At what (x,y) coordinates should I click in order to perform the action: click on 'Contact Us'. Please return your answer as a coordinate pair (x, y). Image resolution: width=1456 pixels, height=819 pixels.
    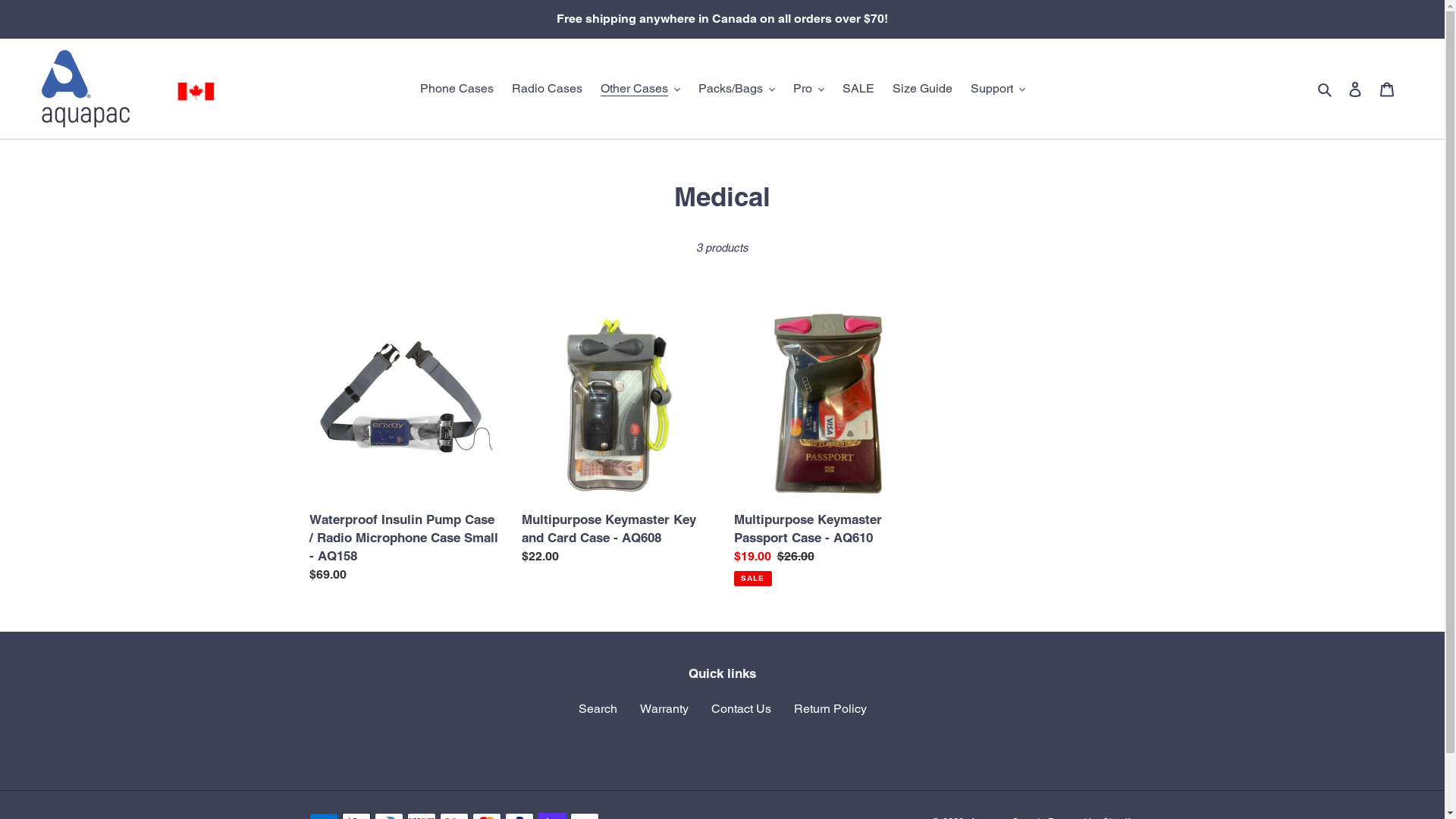
    Looking at the image, I should click on (741, 708).